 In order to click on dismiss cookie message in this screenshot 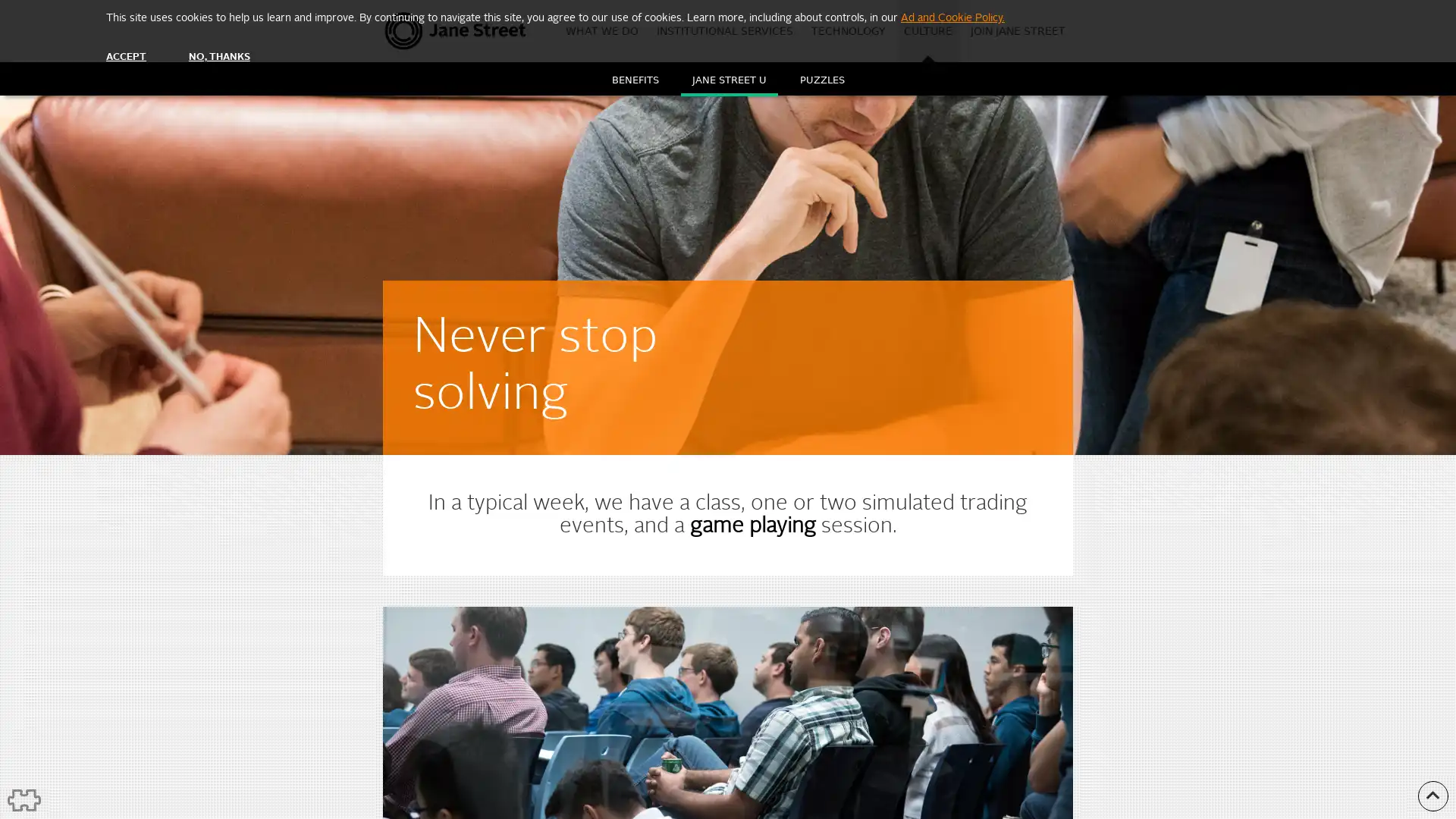, I will do `click(126, 56)`.